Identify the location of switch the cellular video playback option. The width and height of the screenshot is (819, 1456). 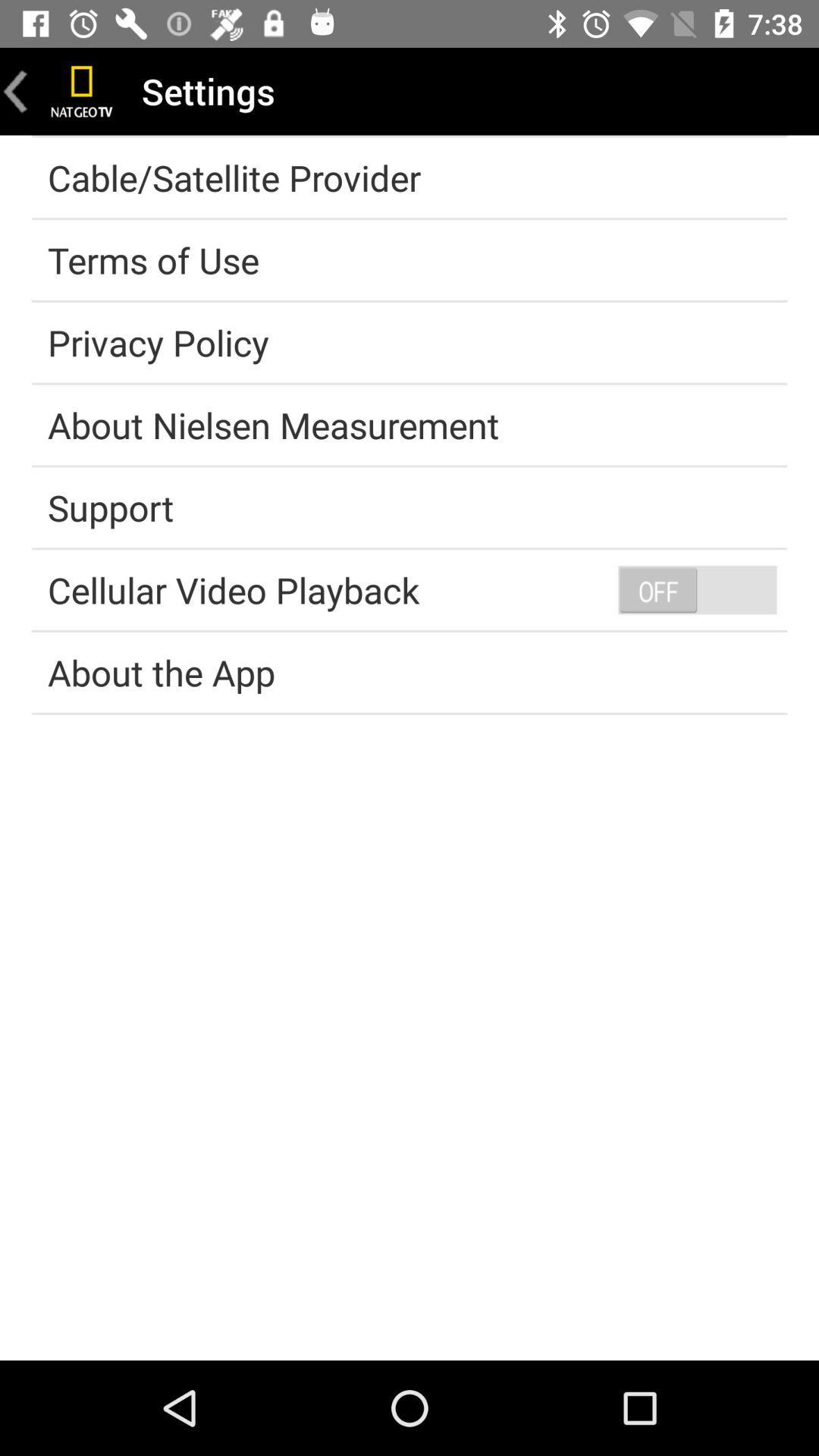
(697, 588).